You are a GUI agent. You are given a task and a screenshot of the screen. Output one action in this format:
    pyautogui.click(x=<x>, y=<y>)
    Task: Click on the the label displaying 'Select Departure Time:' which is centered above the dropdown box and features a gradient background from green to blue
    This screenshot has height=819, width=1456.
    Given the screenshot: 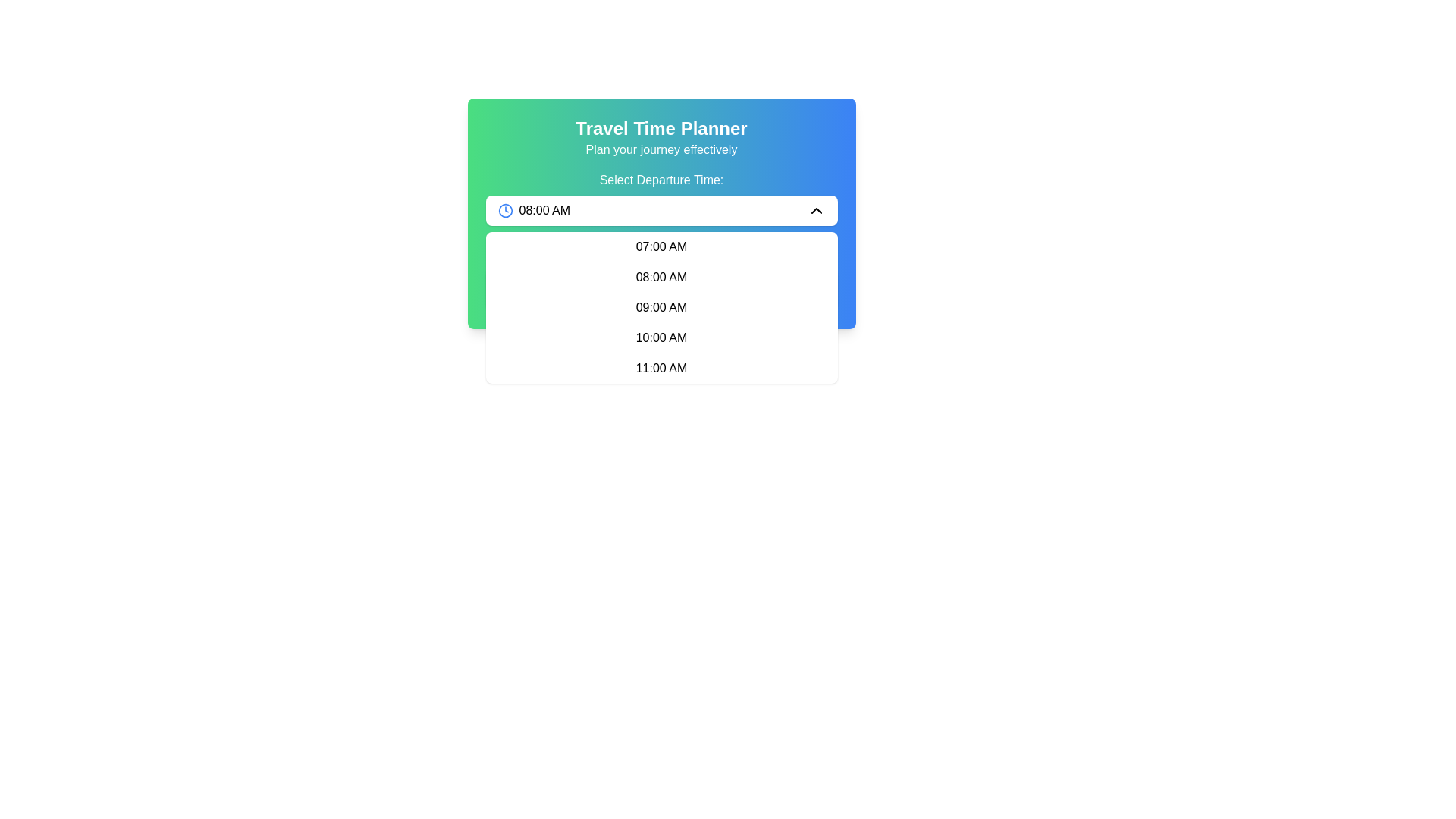 What is the action you would take?
    pyautogui.click(x=661, y=180)
    